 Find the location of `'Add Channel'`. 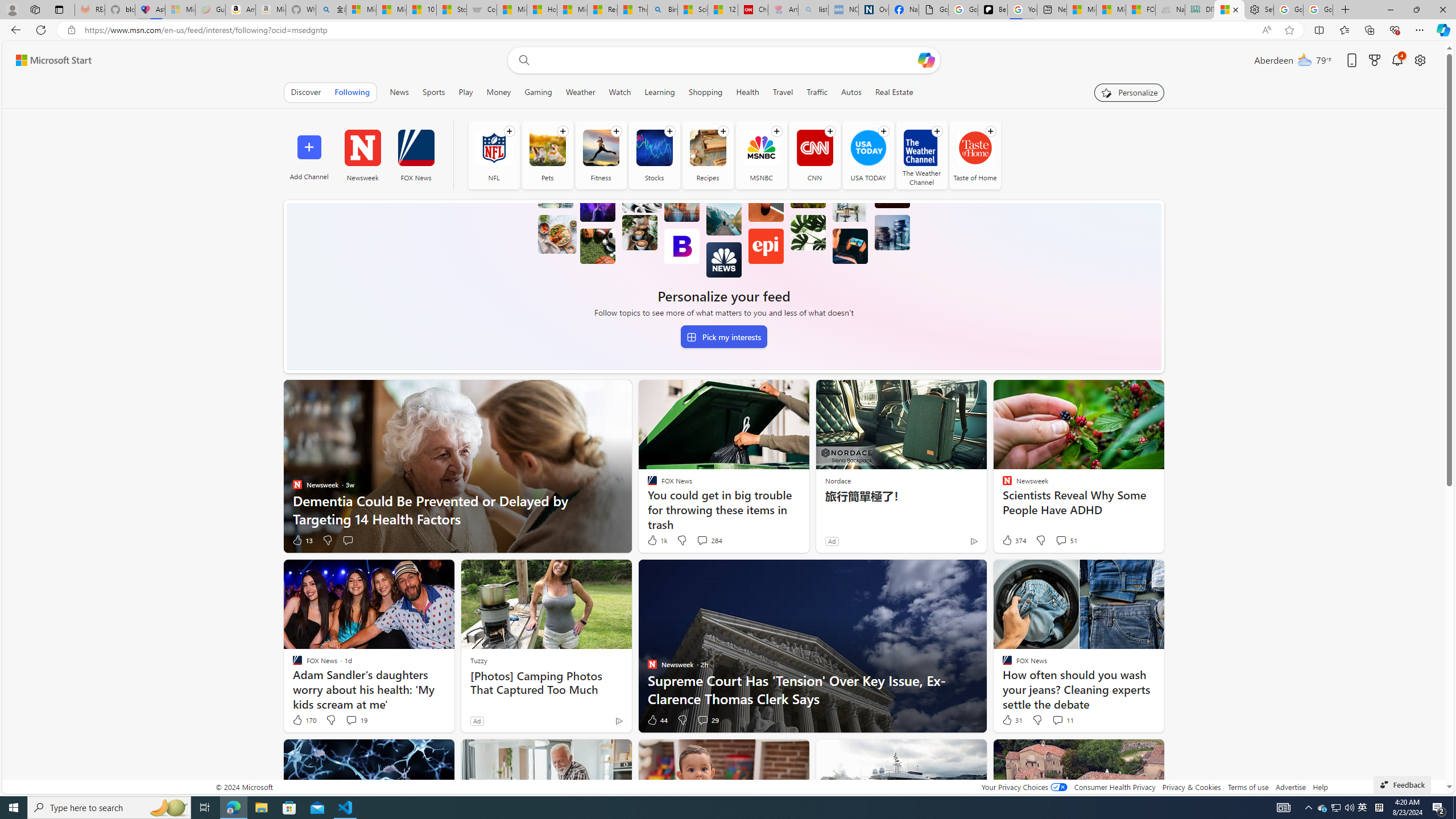

'Add Channel' is located at coordinates (309, 154).